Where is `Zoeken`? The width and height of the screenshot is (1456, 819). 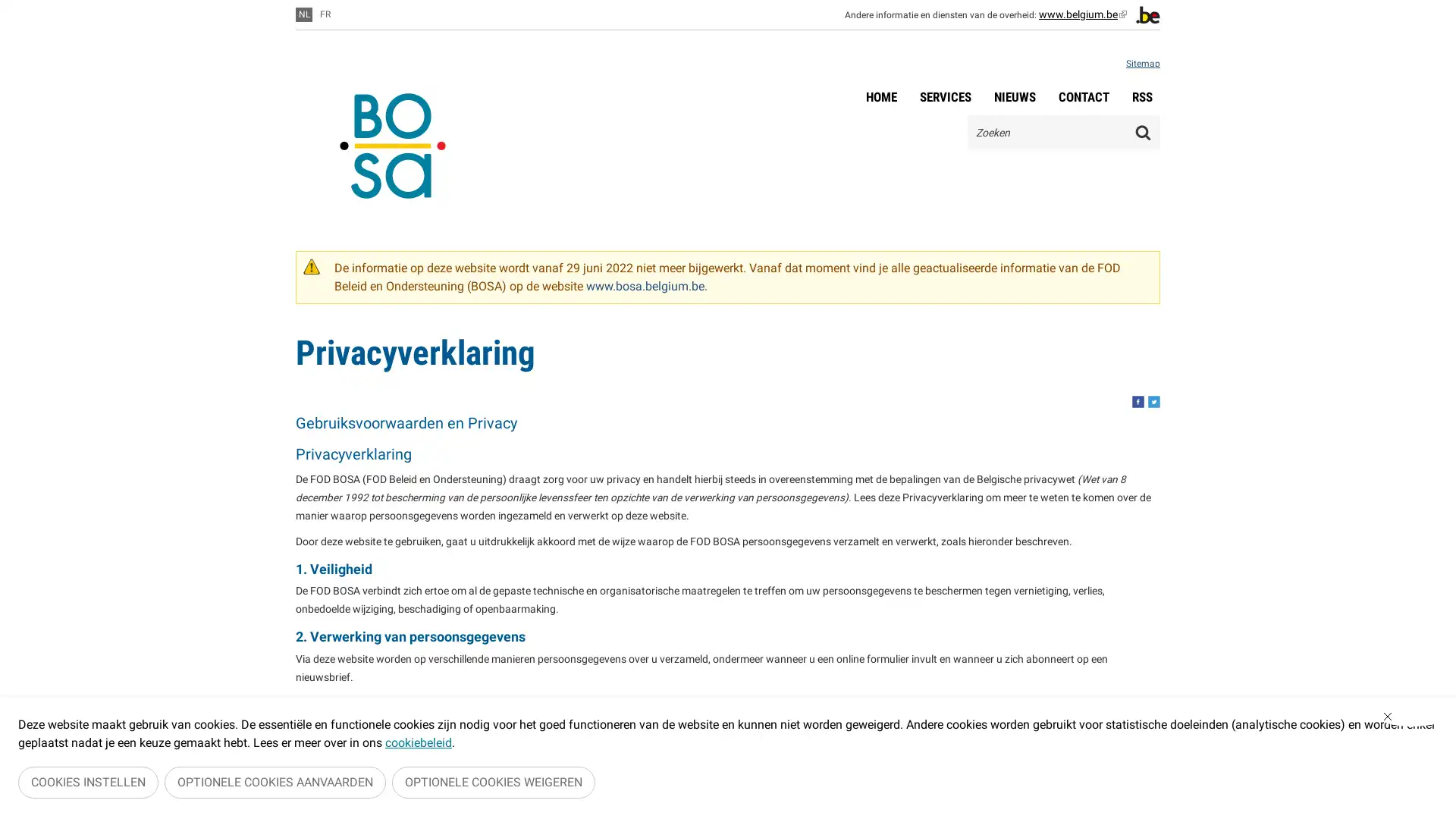
Zoeken is located at coordinates (1143, 131).